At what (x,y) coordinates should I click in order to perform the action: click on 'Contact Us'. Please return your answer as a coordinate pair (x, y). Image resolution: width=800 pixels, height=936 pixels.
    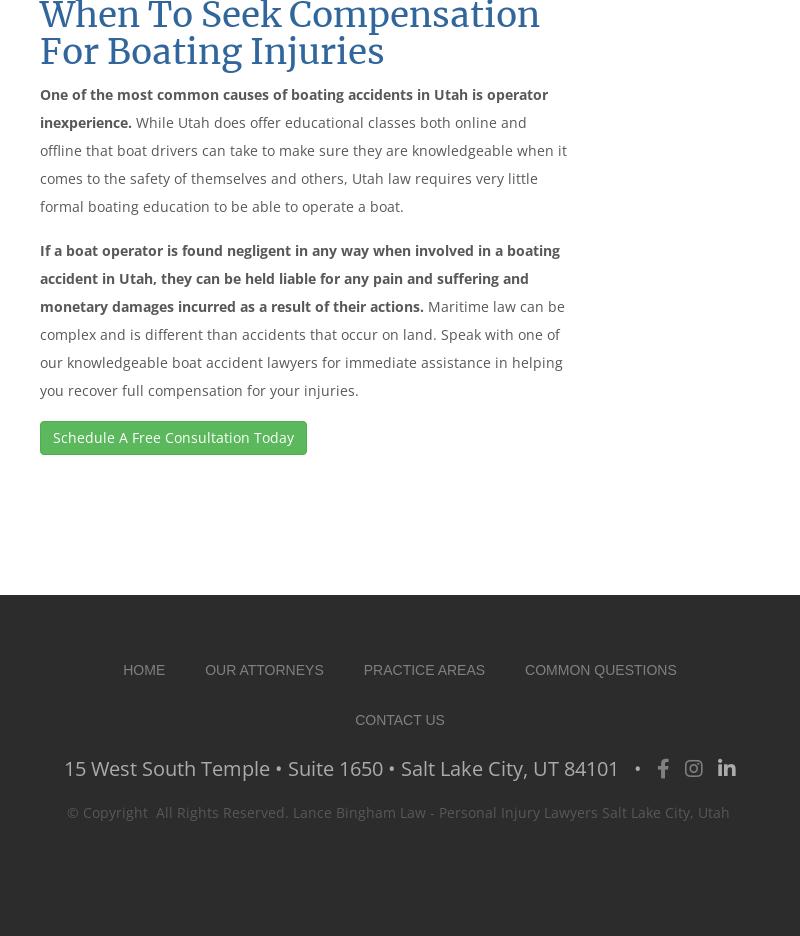
    Looking at the image, I should click on (398, 718).